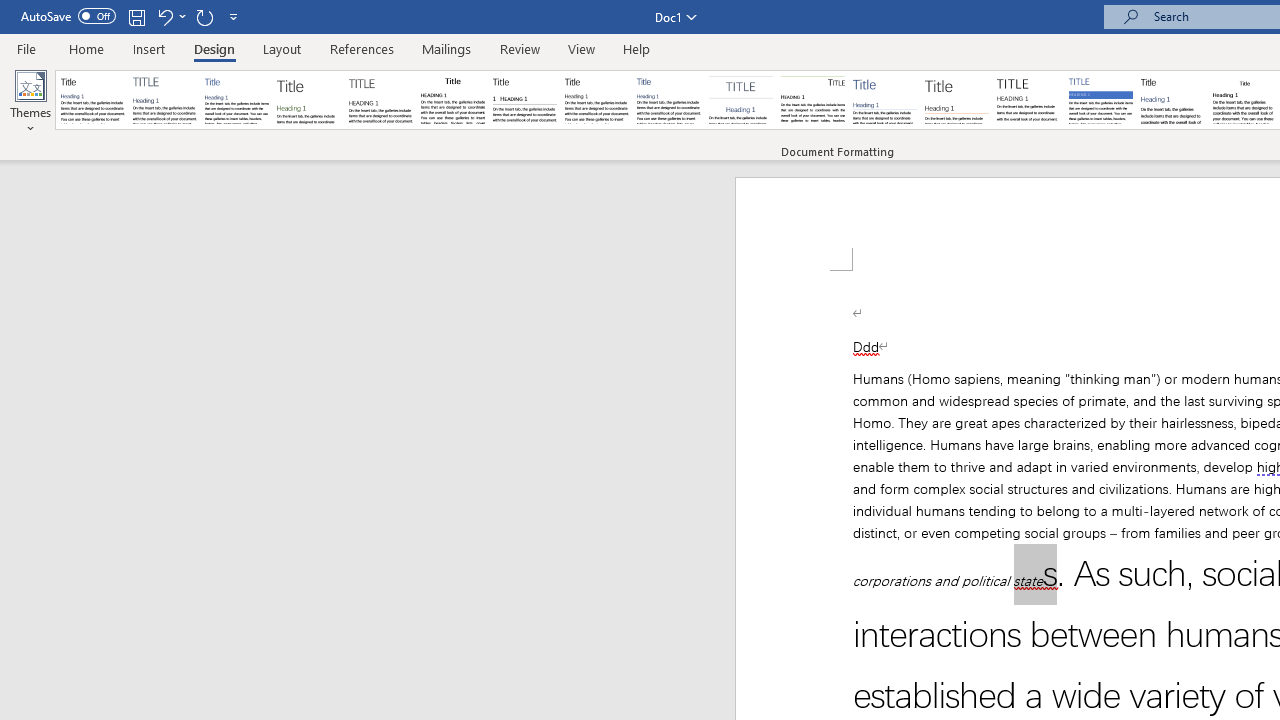  What do you see at coordinates (68, 16) in the screenshot?
I see `'AutoSave'` at bounding box center [68, 16].